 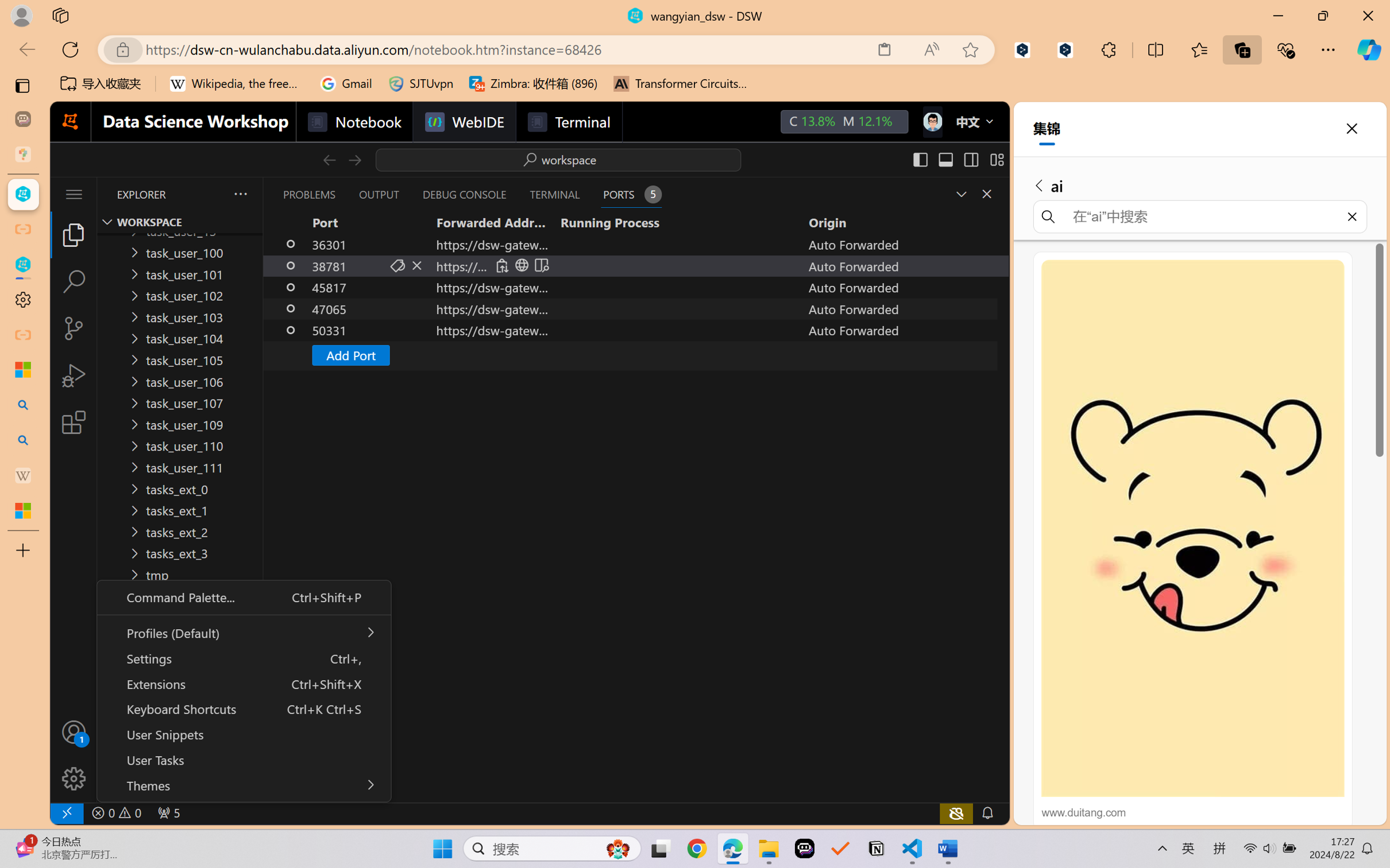 I want to click on 'Class: actions-container', so click(x=521, y=265).